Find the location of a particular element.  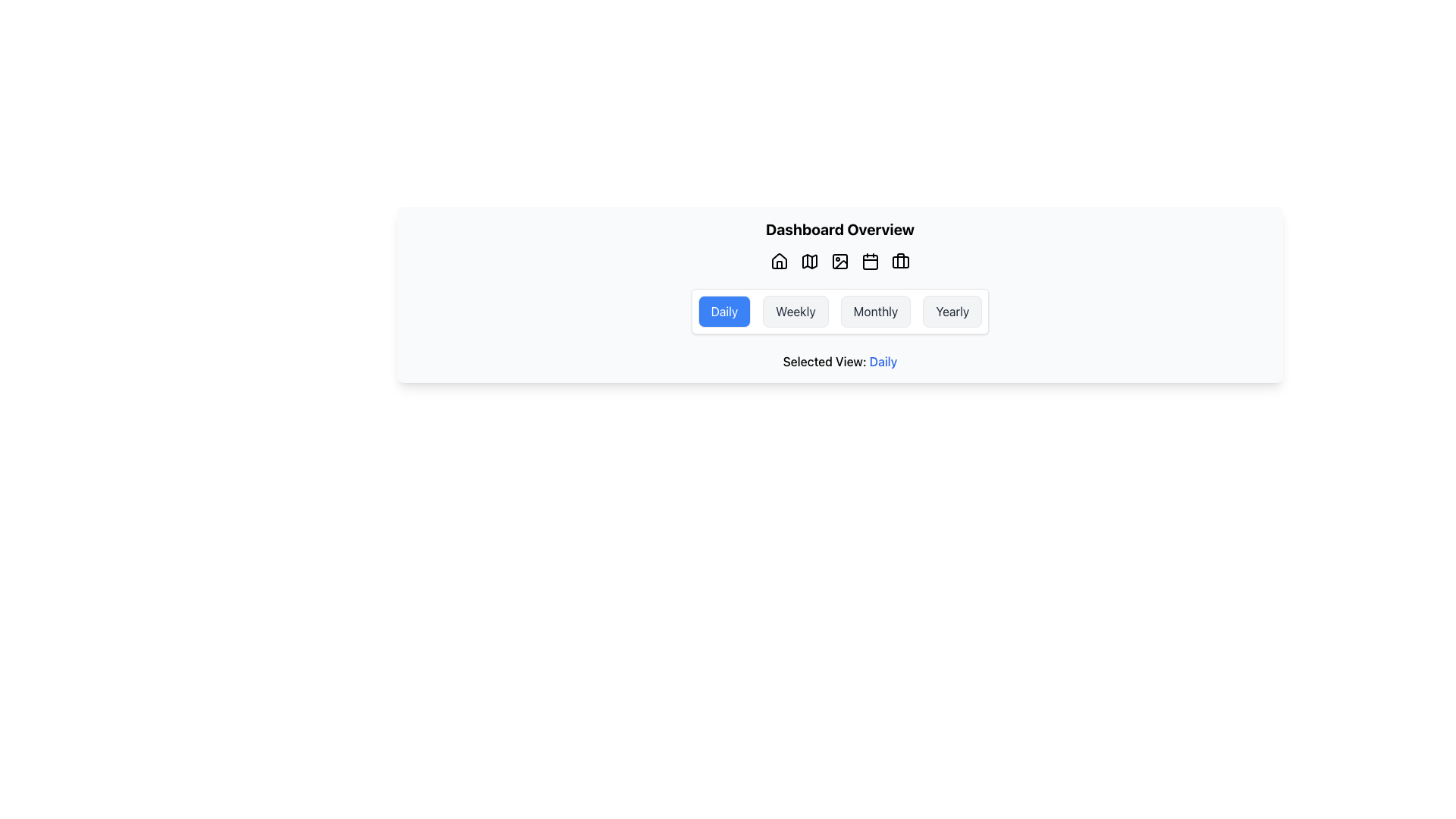

the third button in the horizontal row of icon buttons located beneath the 'Dashboard Overview' title is located at coordinates (839, 260).